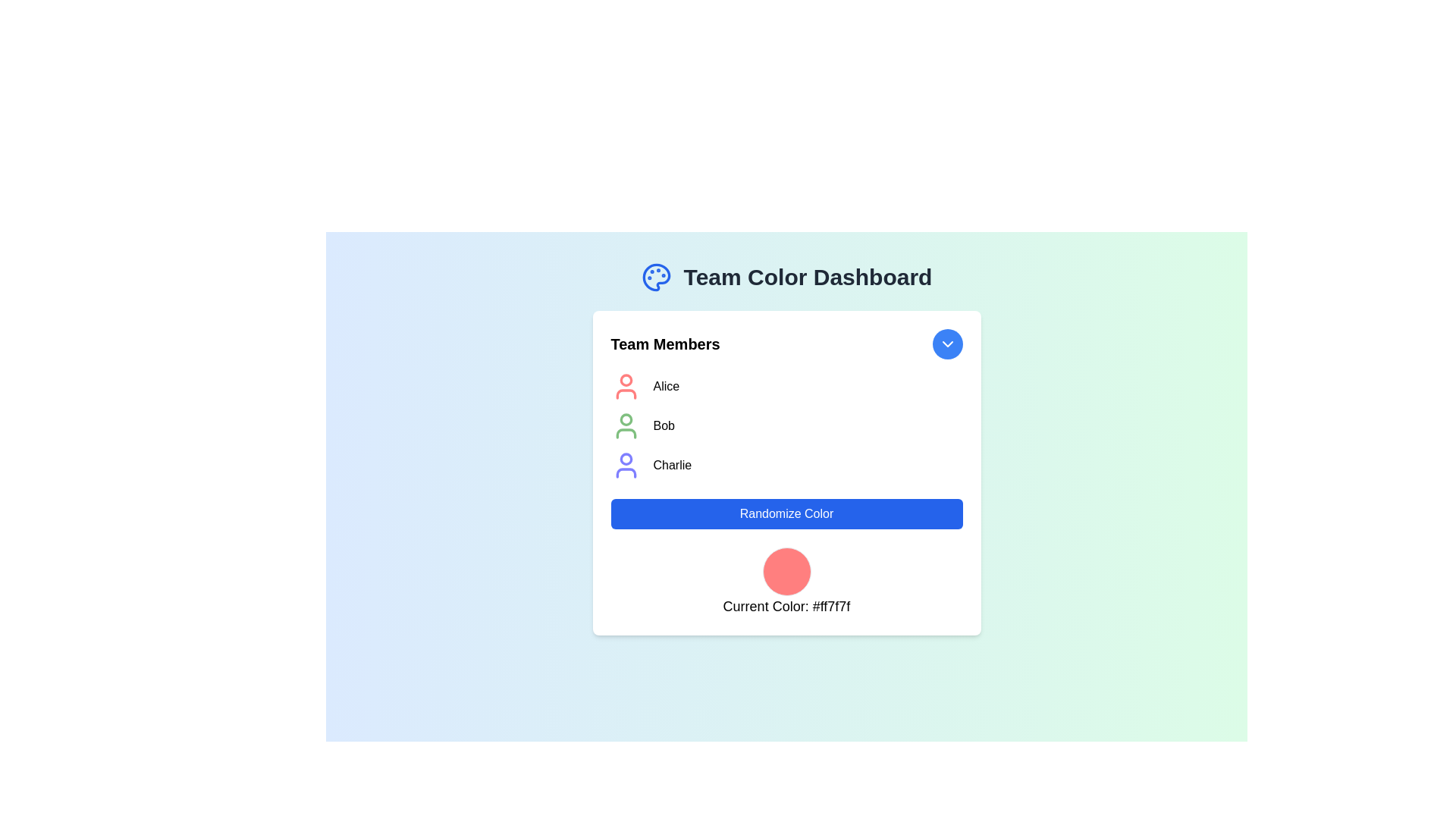 The height and width of the screenshot is (819, 1456). I want to click on the user icon representing 'Charlie', so click(626, 464).